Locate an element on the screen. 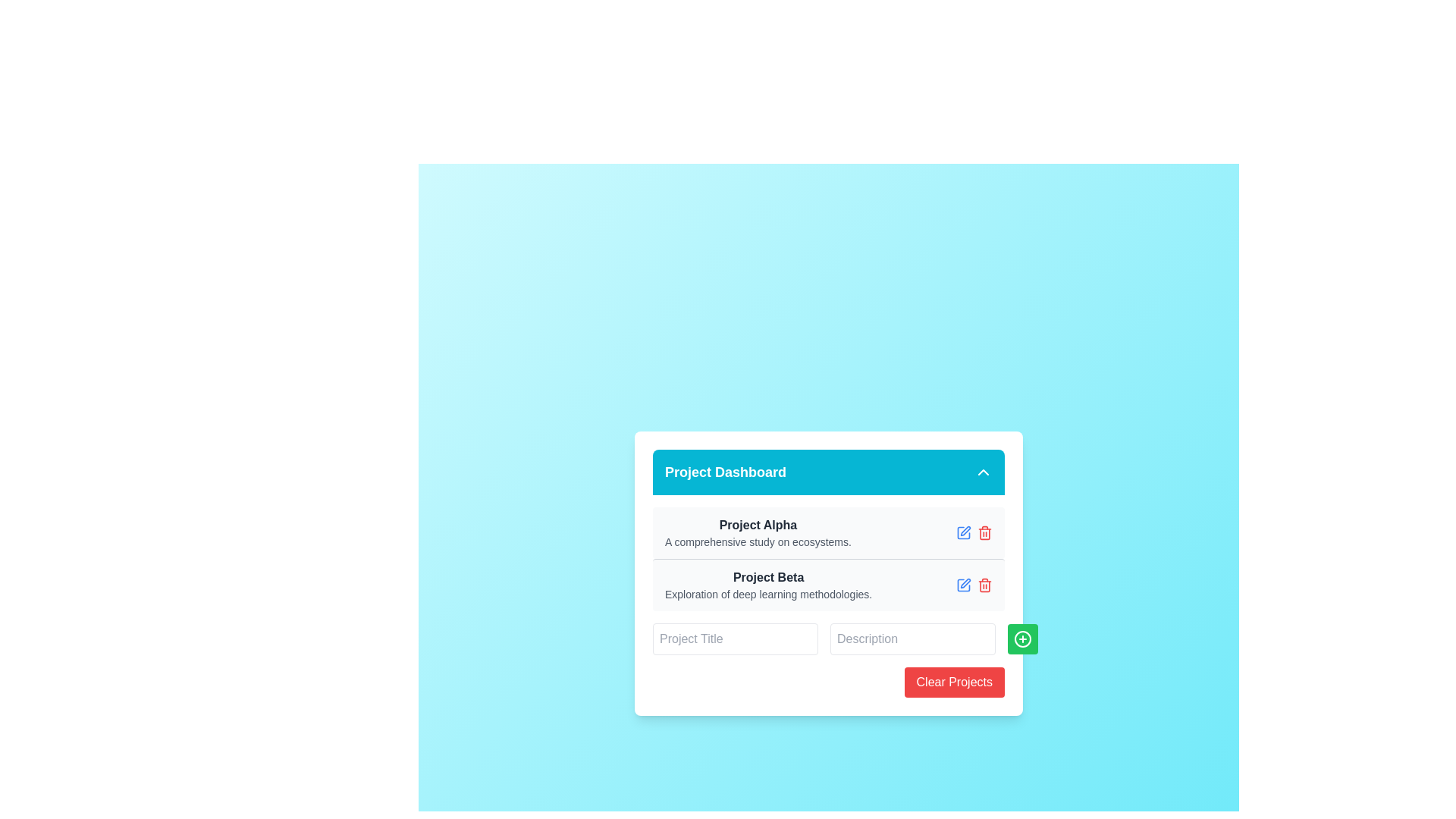 The width and height of the screenshot is (1456, 819). the circular green button with a white plus sign in the center, located near the bottom-right corner of the inner card interface, to initiate an action is located at coordinates (1022, 639).